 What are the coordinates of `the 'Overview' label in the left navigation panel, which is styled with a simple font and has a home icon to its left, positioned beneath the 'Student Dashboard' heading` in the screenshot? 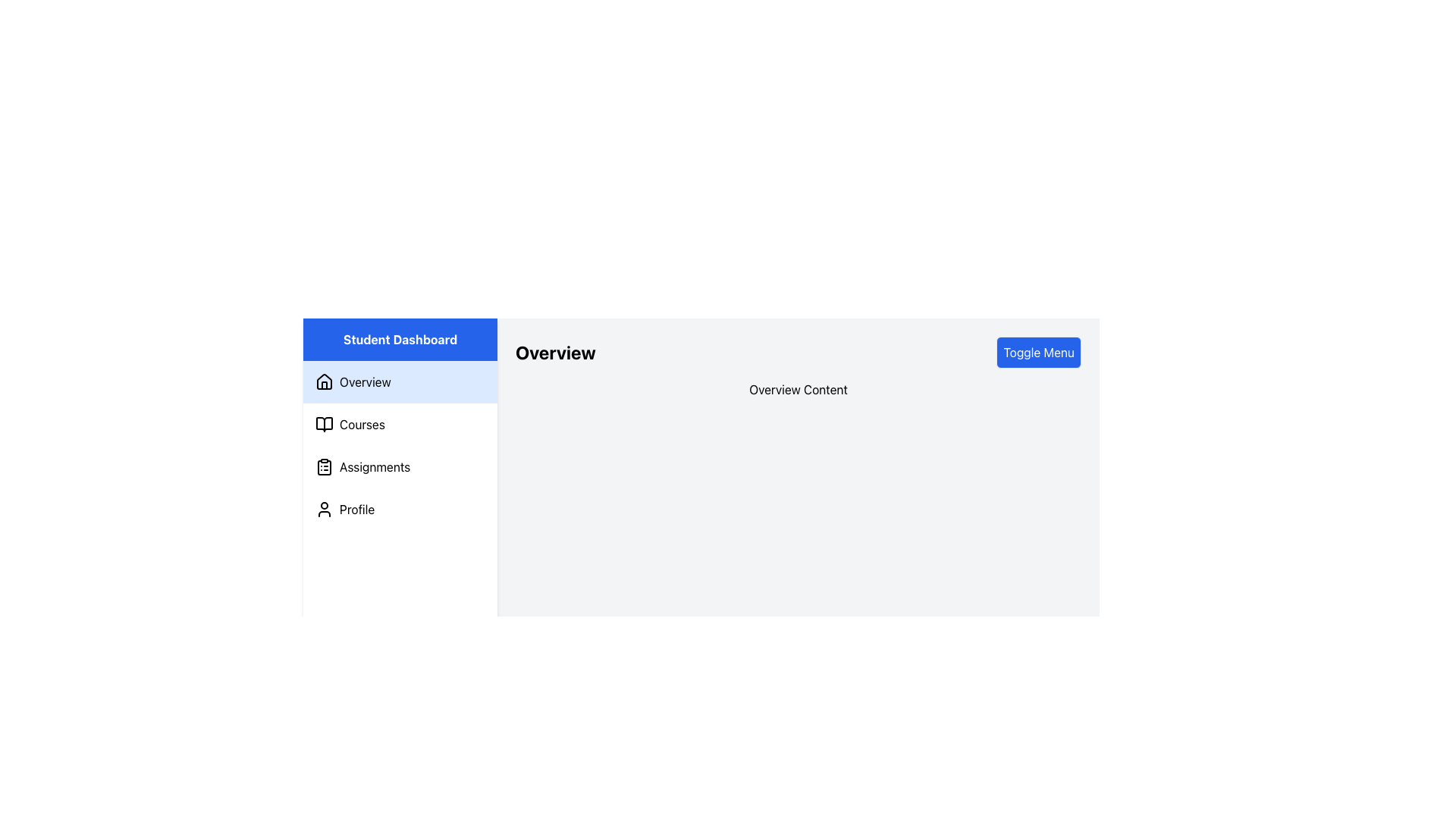 It's located at (365, 381).